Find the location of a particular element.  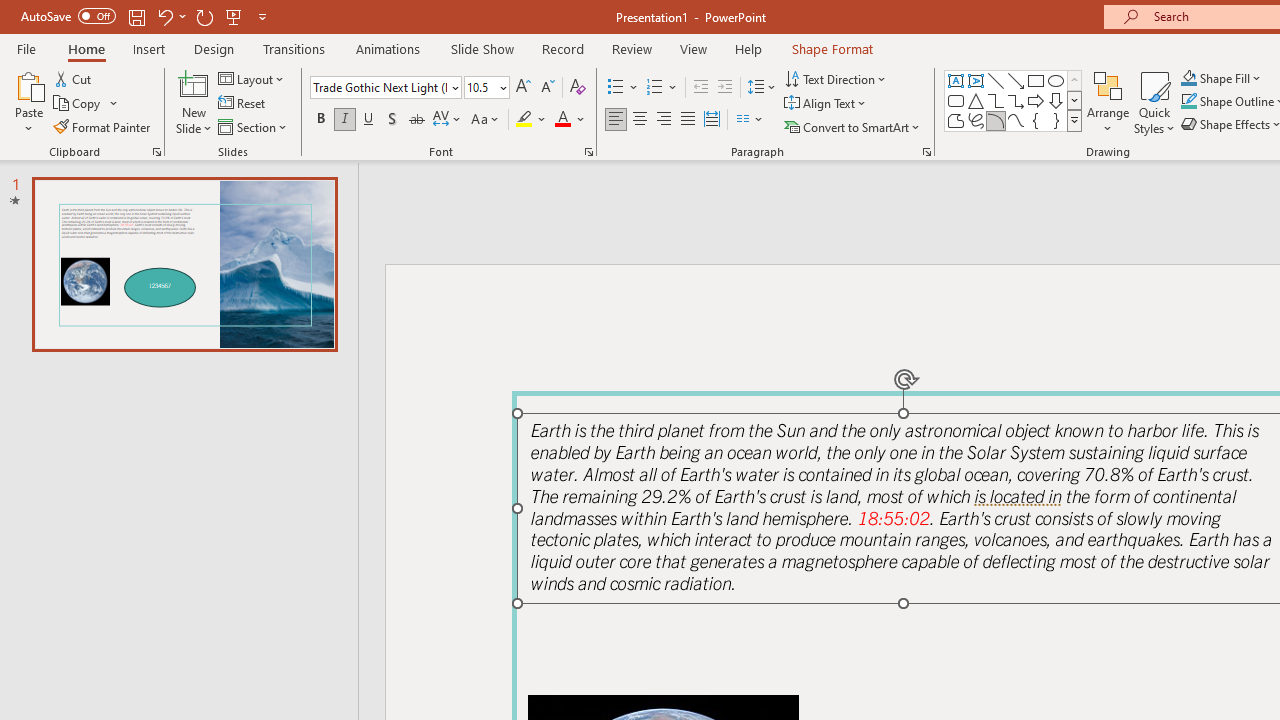

'Shape Fill Aqua, Accent 2' is located at coordinates (1189, 77).